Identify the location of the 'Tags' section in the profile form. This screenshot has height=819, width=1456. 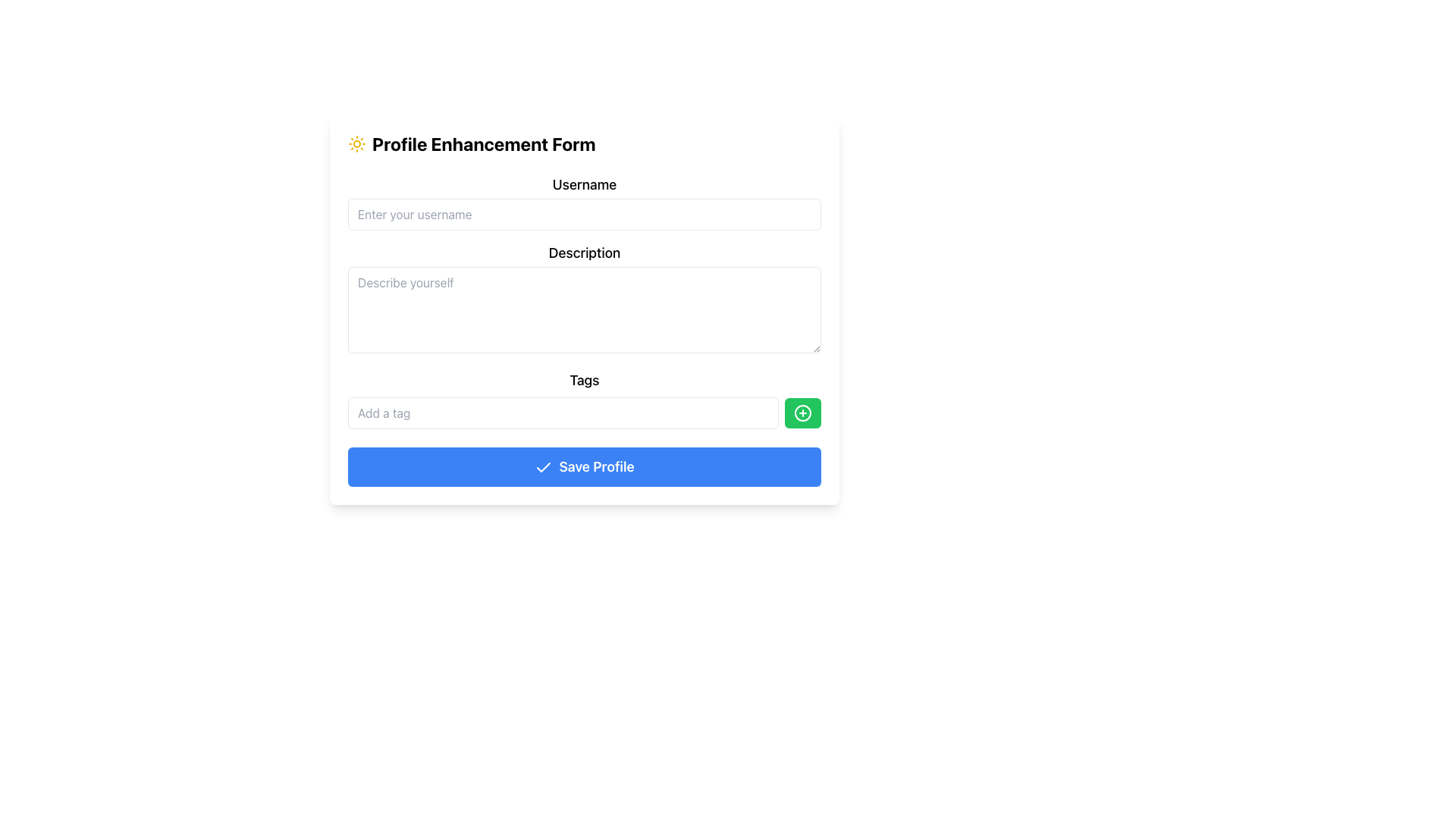
(584, 402).